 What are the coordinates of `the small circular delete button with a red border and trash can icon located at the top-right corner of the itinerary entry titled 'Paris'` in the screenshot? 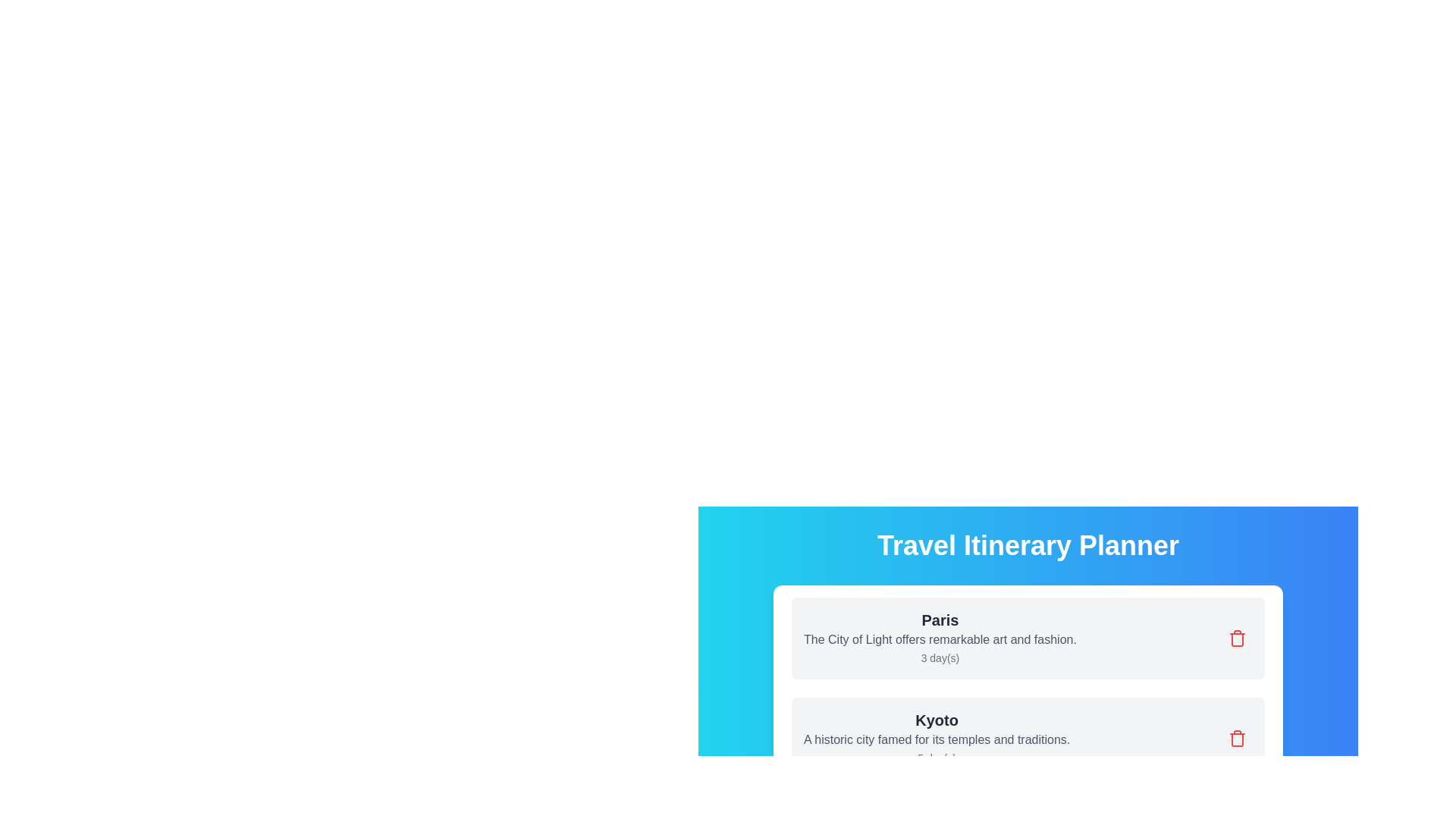 It's located at (1238, 638).